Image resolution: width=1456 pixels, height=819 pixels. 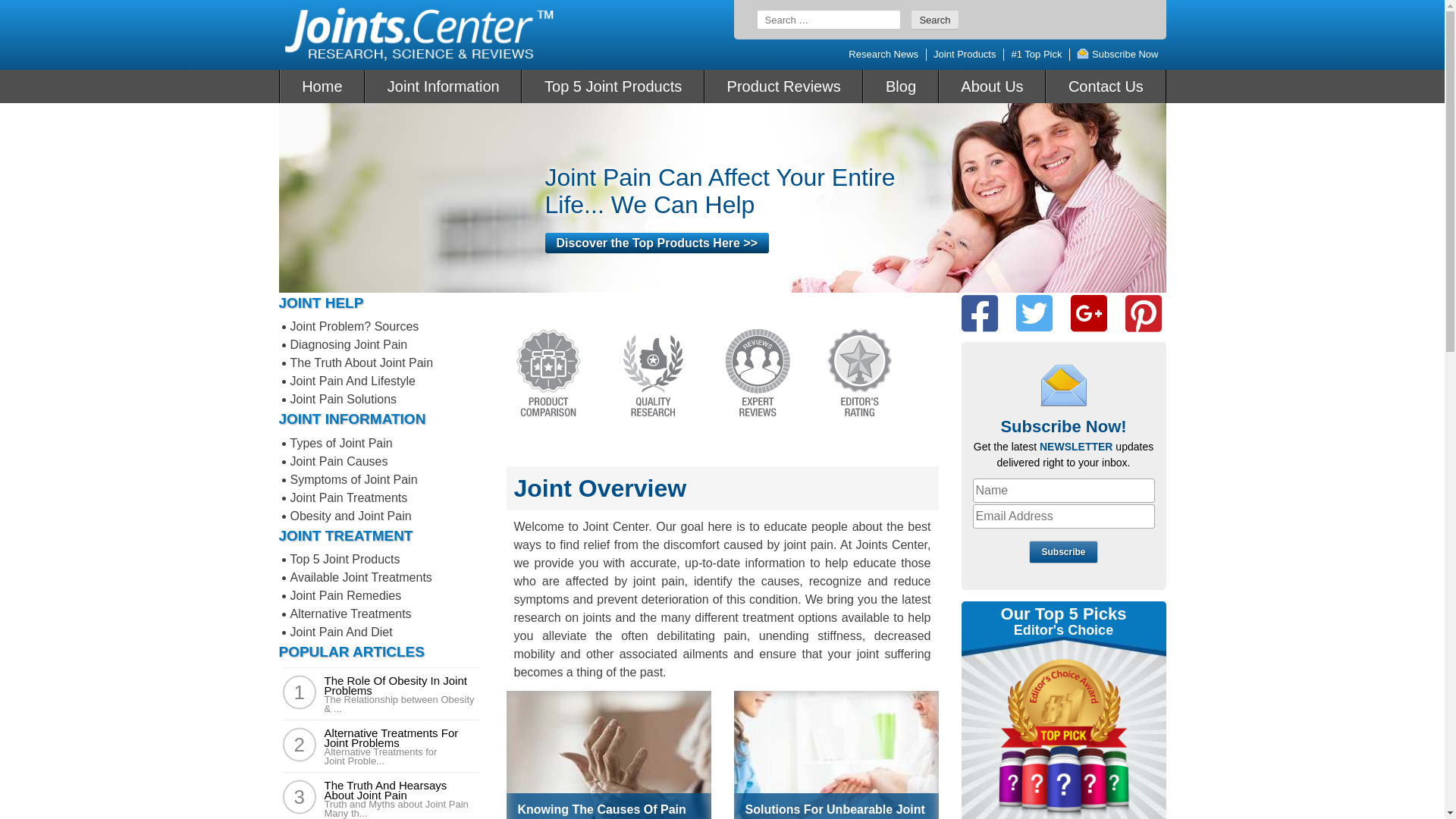 I want to click on 'Types of Joint Pain', so click(x=340, y=443).